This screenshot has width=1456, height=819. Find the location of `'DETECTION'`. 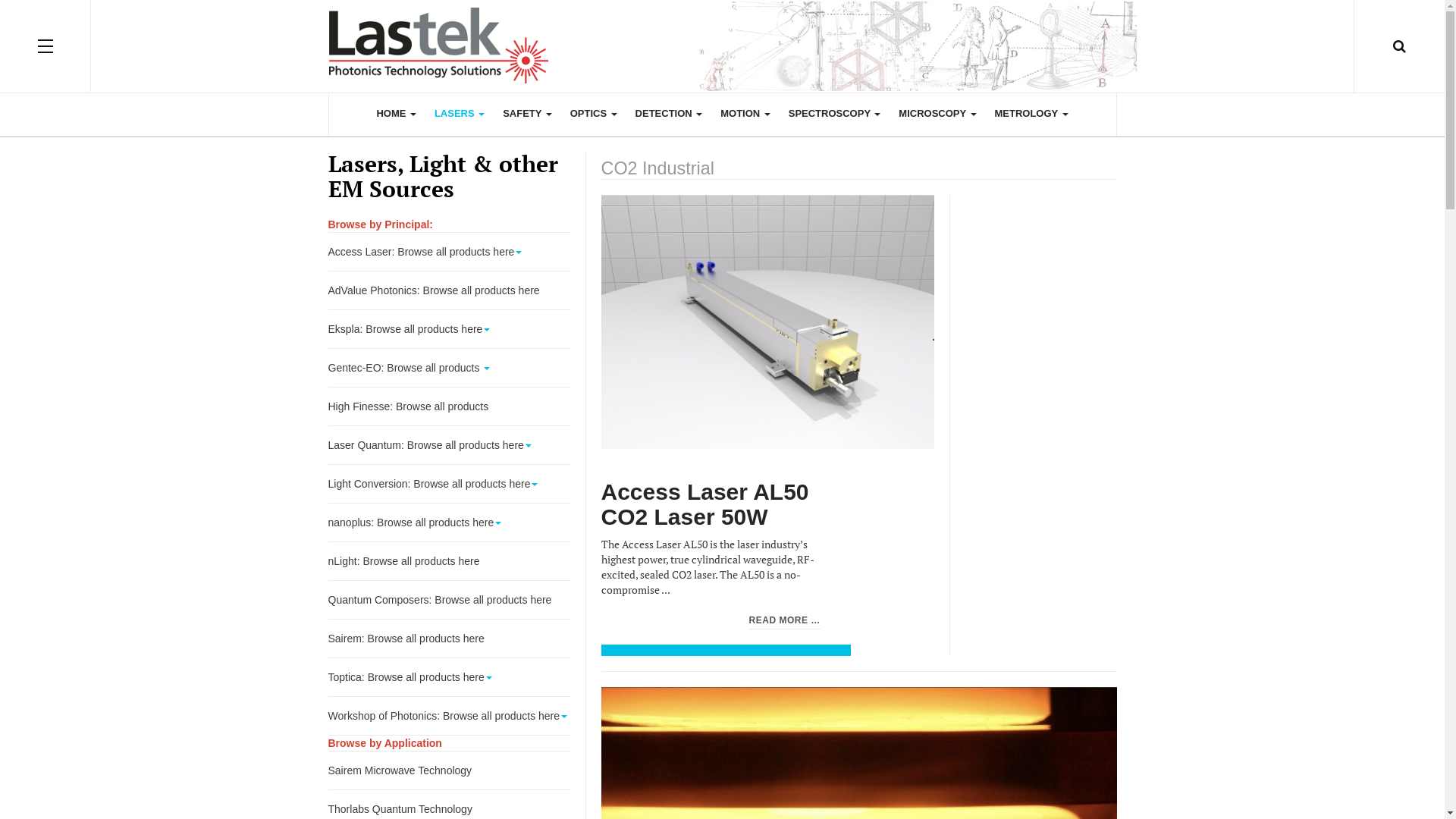

'DETECTION' is located at coordinates (635, 113).